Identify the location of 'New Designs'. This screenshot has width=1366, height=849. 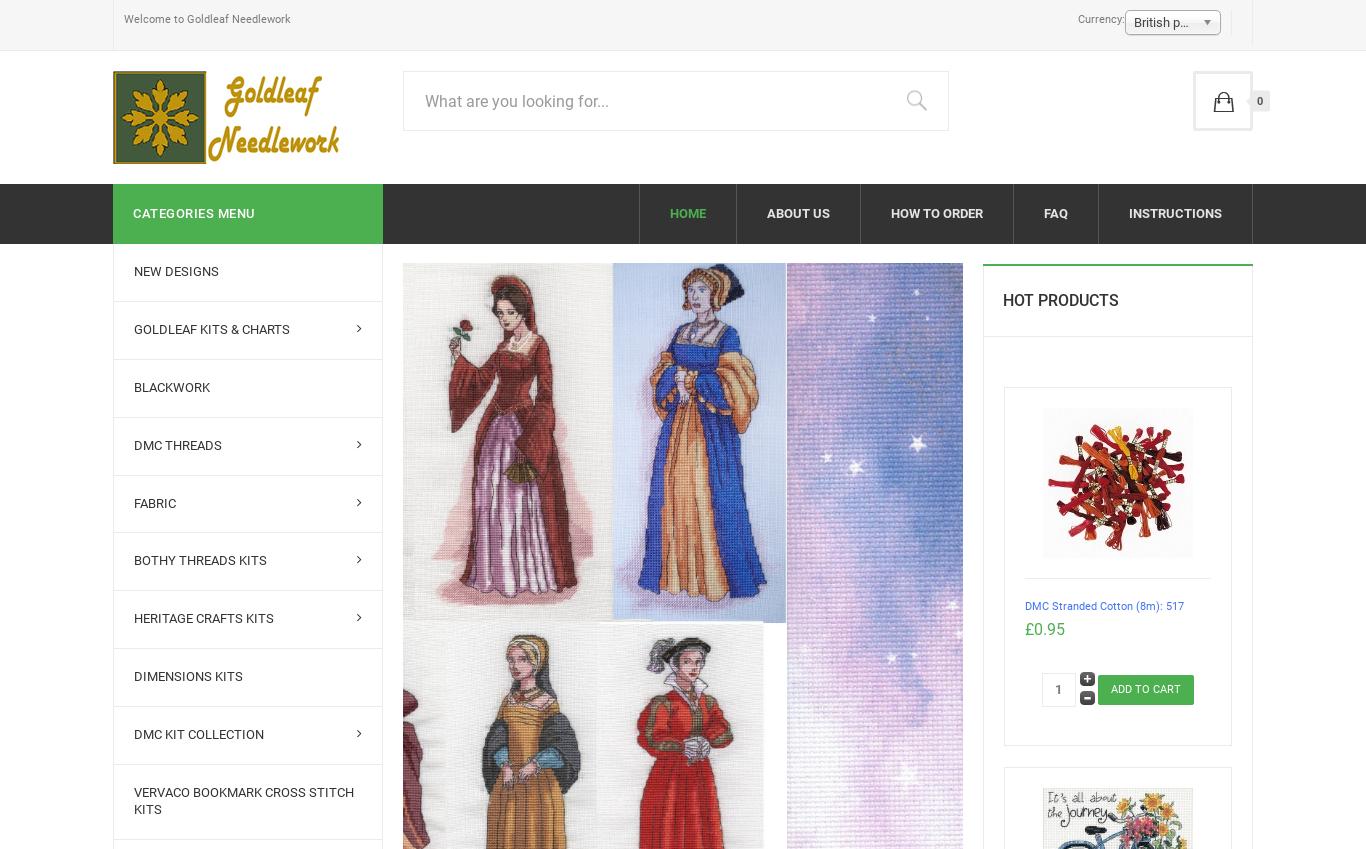
(175, 271).